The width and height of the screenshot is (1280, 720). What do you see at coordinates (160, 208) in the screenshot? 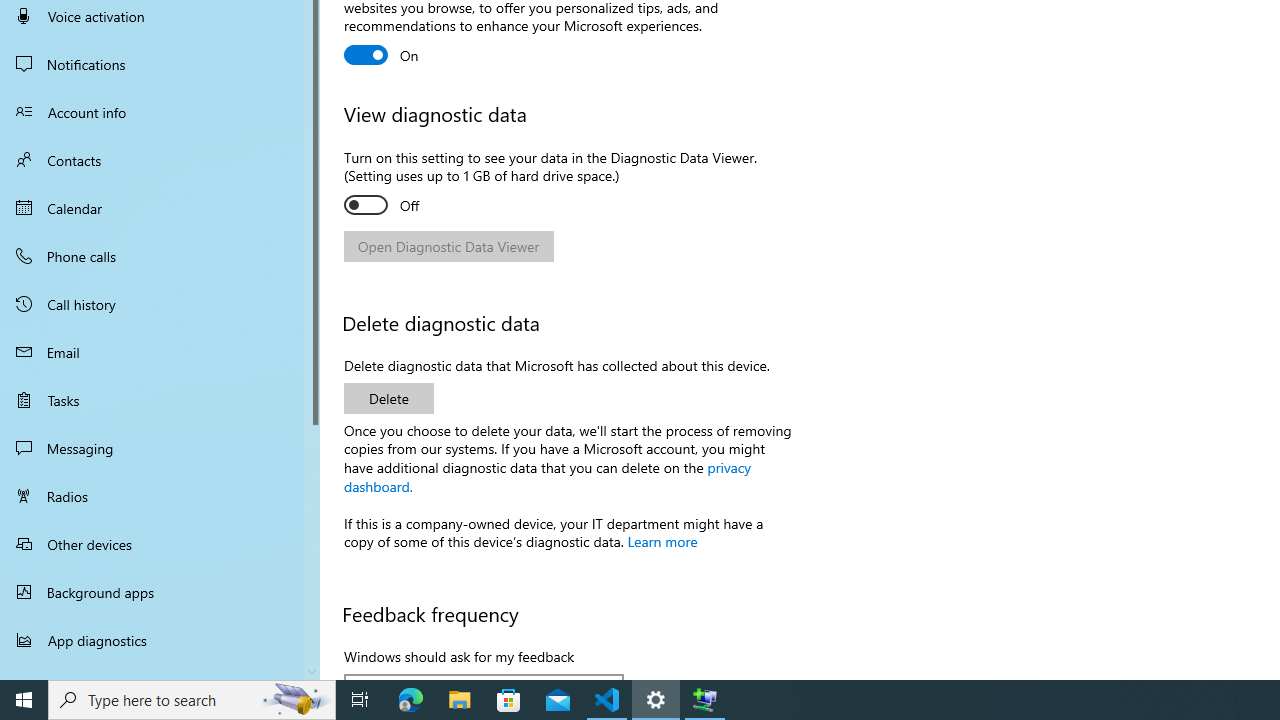
I see `'Calendar'` at bounding box center [160, 208].